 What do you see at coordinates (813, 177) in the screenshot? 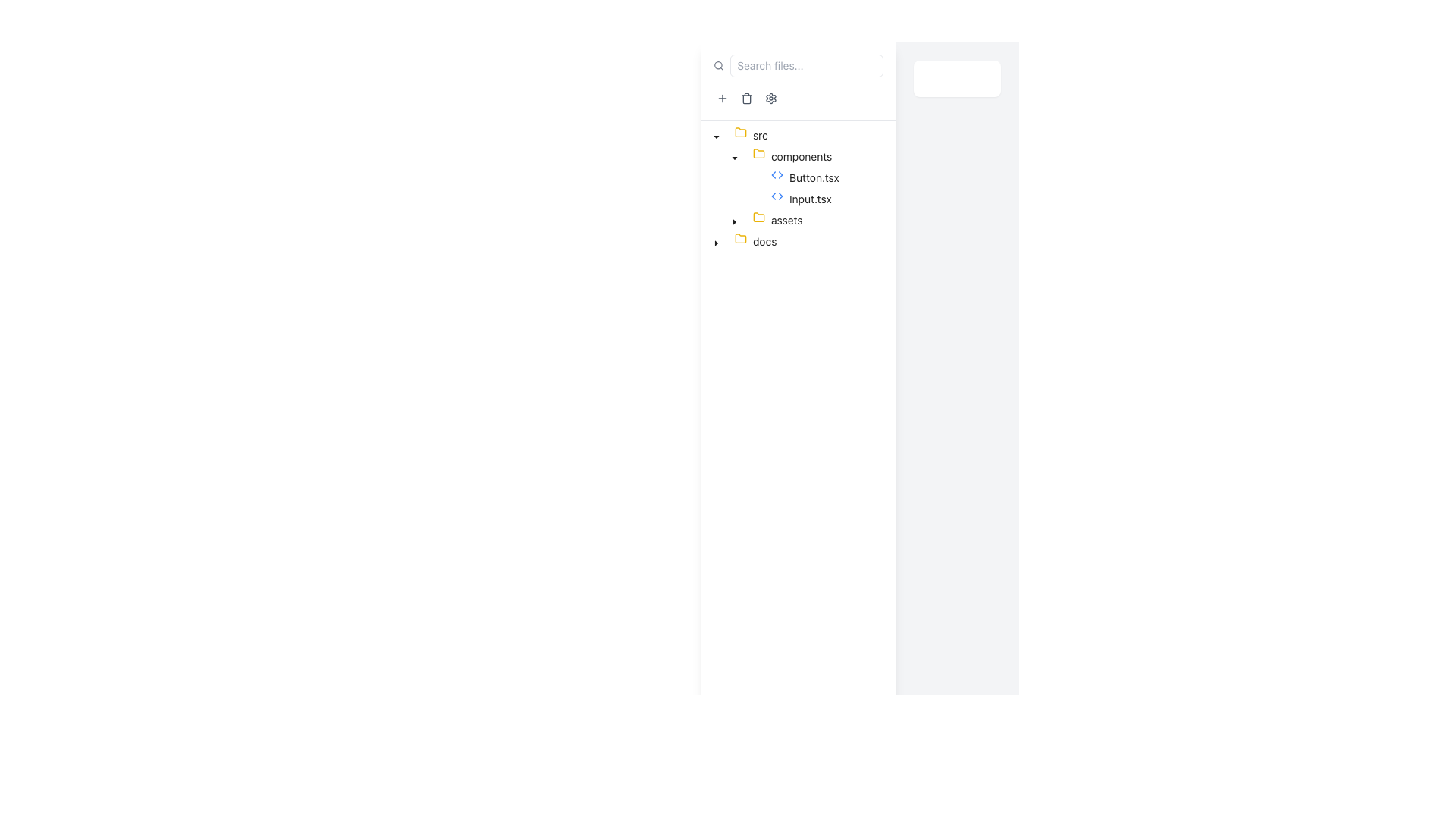
I see `the text label displaying 'Button.tsx' in the vertical file tree view` at bounding box center [813, 177].